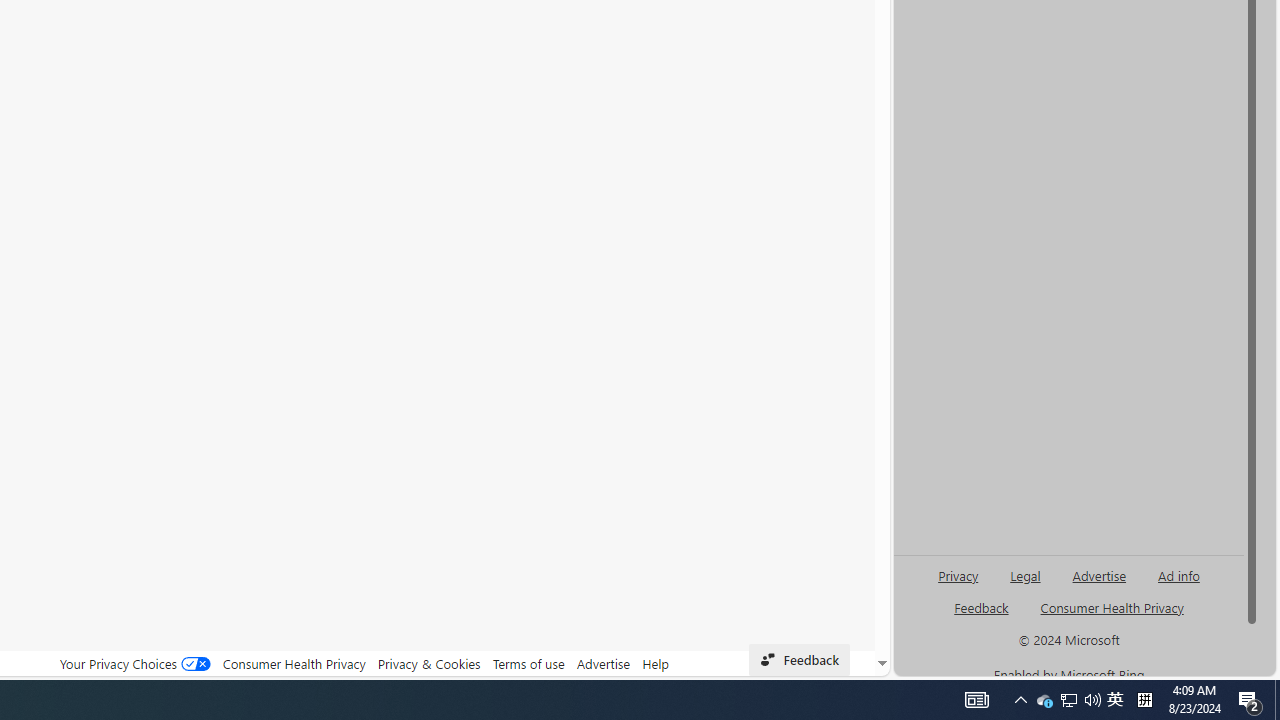  I want to click on 'Help', so click(656, 663).